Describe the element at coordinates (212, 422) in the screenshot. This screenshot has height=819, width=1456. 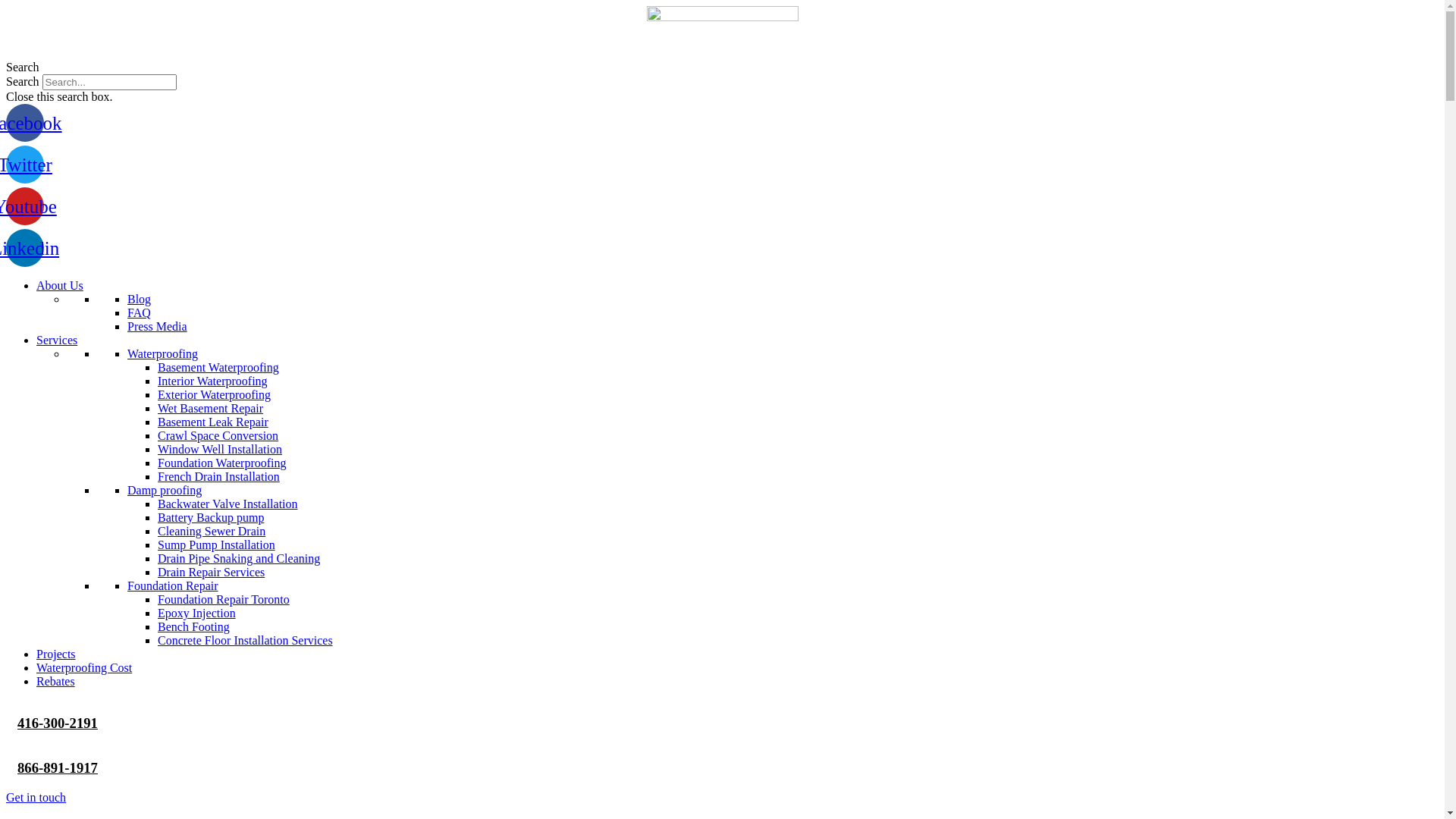
I see `'Basement Leak Repair'` at that location.